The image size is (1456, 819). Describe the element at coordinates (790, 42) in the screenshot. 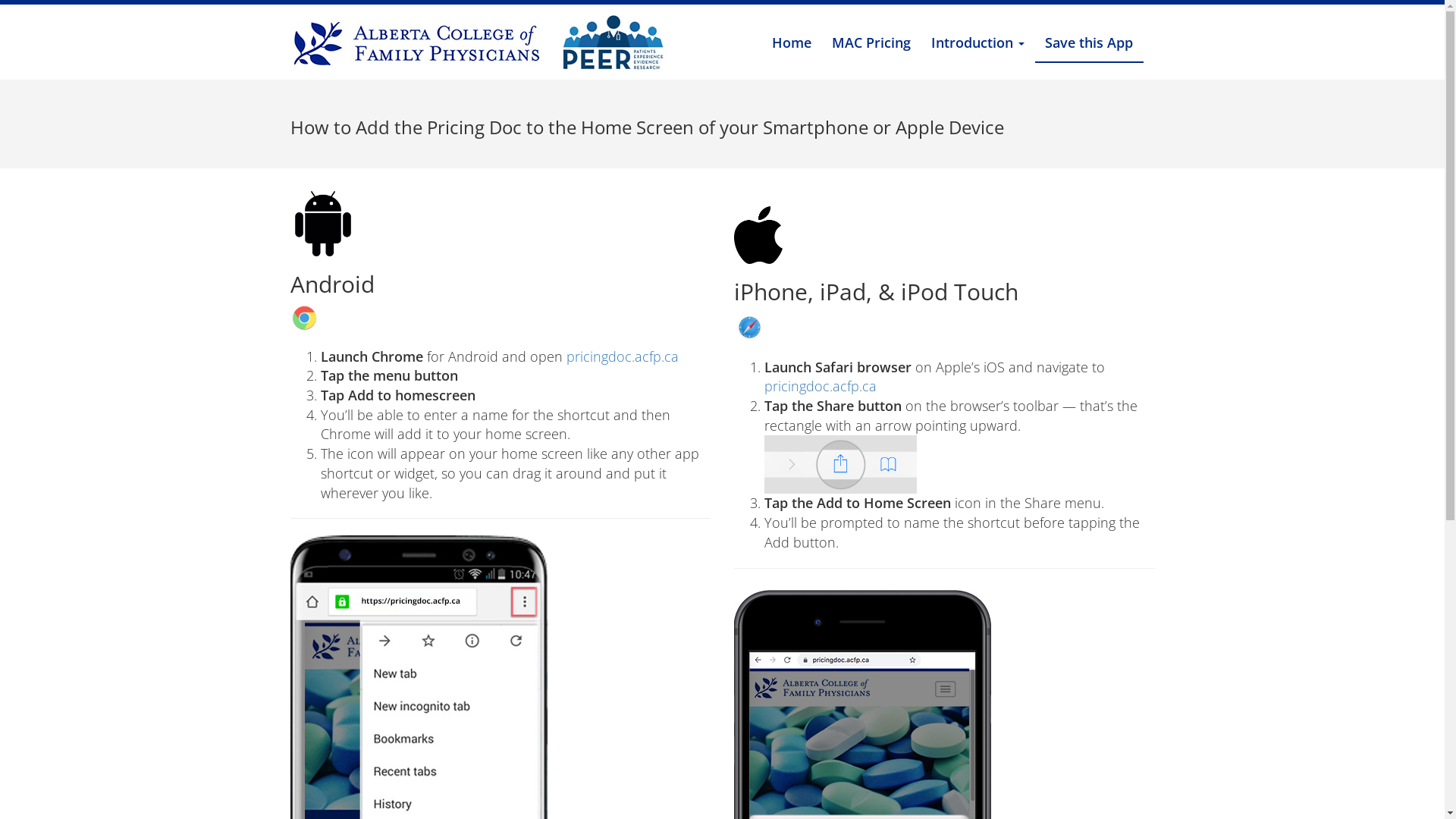

I see `'Home'` at that location.